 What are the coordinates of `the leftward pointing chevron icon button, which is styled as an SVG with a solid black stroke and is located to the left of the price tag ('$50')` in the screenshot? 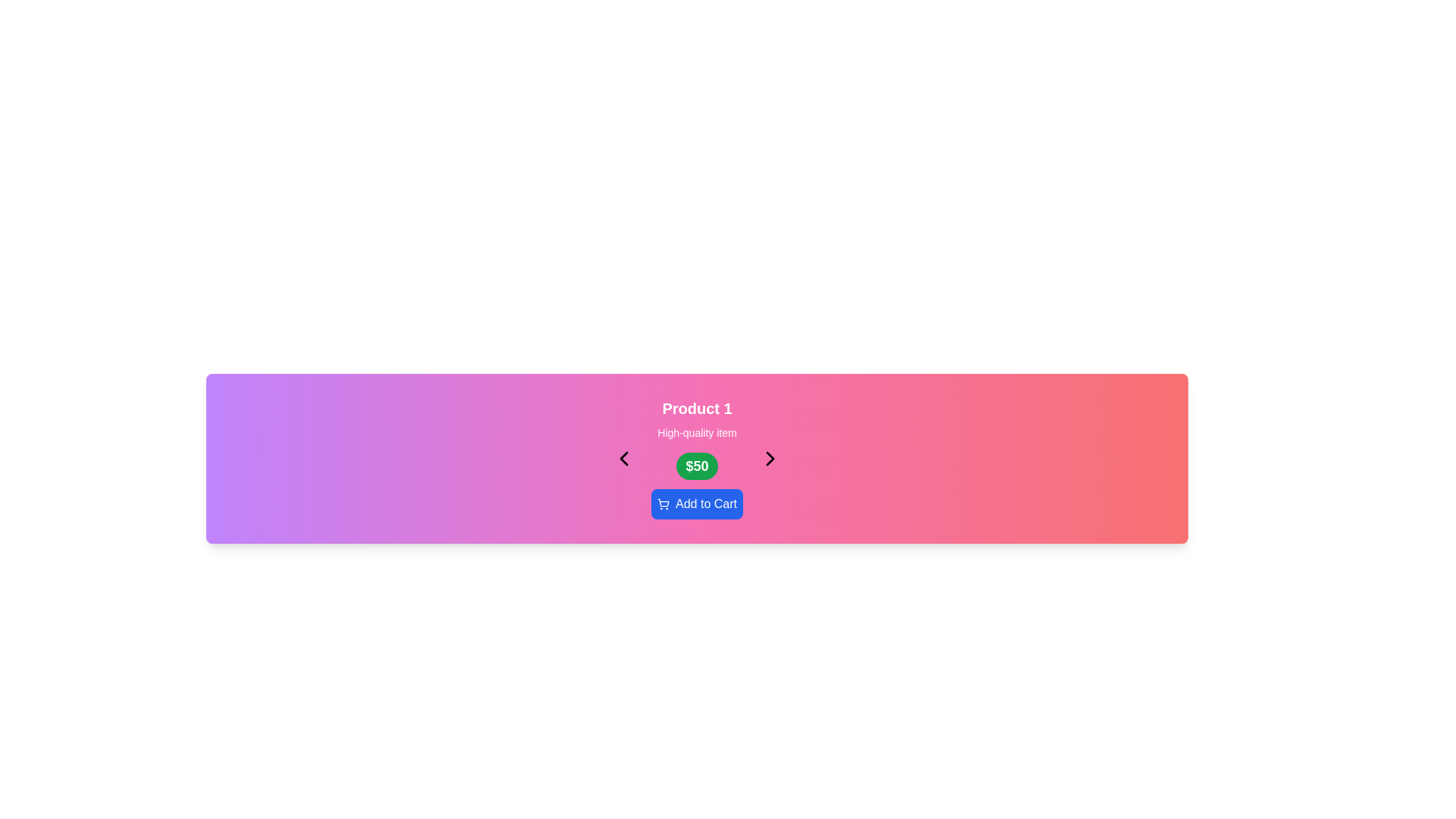 It's located at (624, 458).